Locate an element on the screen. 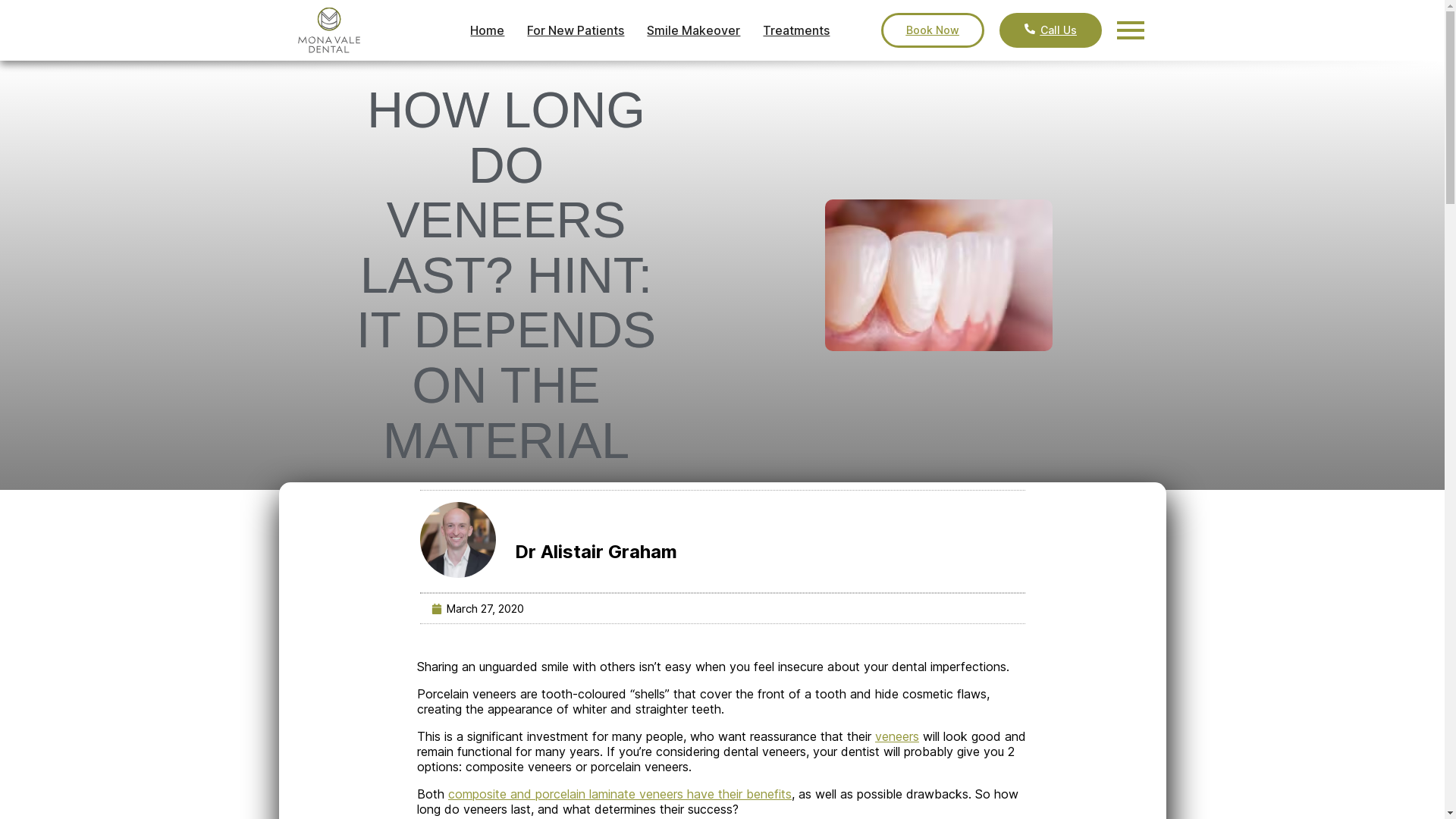 This screenshot has width=1456, height=819. 'Smile Makeover' is located at coordinates (692, 30).